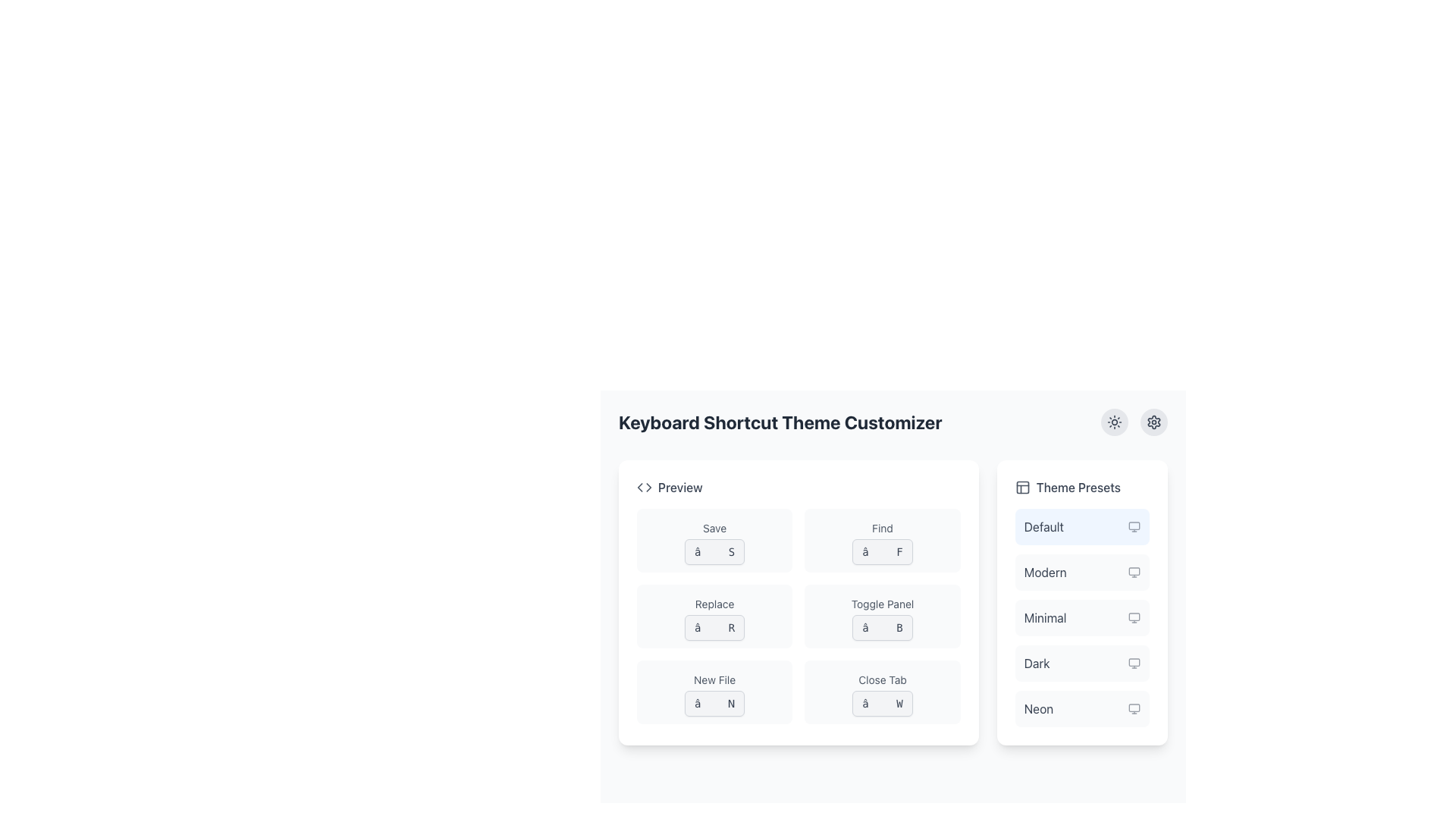  What do you see at coordinates (714, 617) in the screenshot?
I see `the button labeled 'Replace' which is located in the left column of the second row of the grid layout, featuring a light gray background and two lines of text` at bounding box center [714, 617].